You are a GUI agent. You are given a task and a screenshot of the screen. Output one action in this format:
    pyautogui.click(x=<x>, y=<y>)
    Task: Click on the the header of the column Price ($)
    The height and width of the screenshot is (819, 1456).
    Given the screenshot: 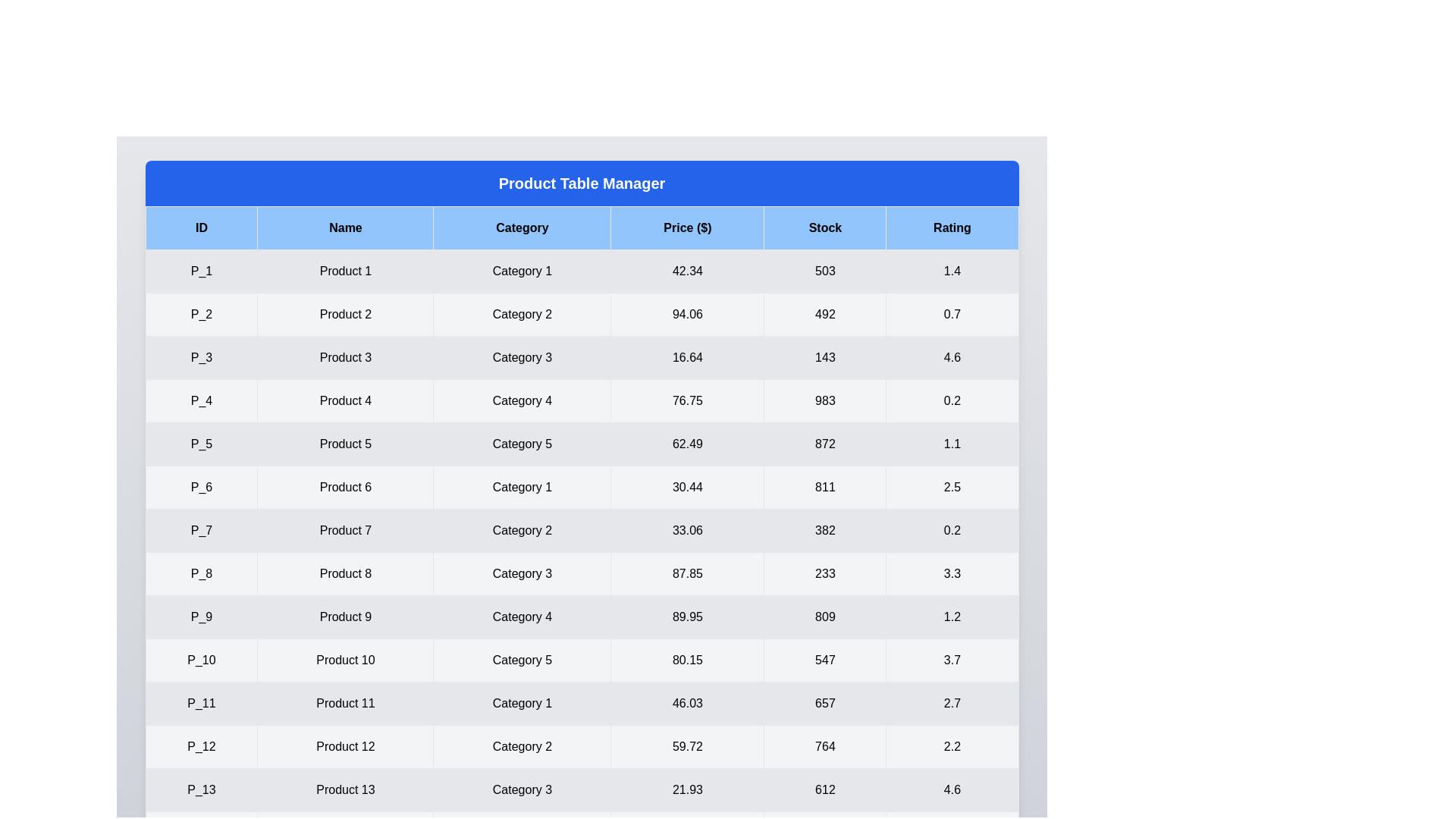 What is the action you would take?
    pyautogui.click(x=687, y=227)
    